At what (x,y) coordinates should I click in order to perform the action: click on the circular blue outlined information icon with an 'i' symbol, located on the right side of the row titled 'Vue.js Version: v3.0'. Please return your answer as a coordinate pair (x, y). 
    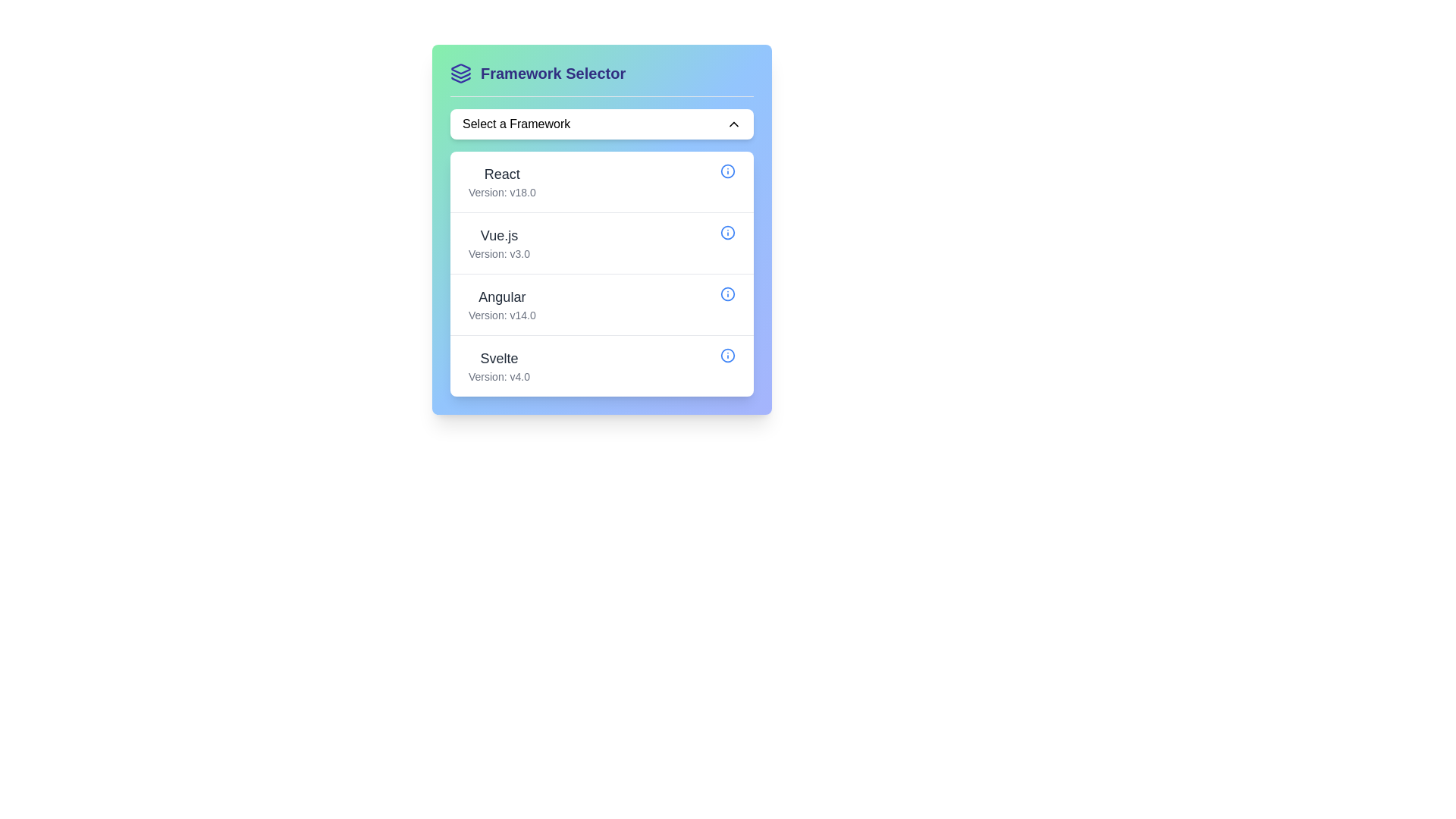
    Looking at the image, I should click on (728, 233).